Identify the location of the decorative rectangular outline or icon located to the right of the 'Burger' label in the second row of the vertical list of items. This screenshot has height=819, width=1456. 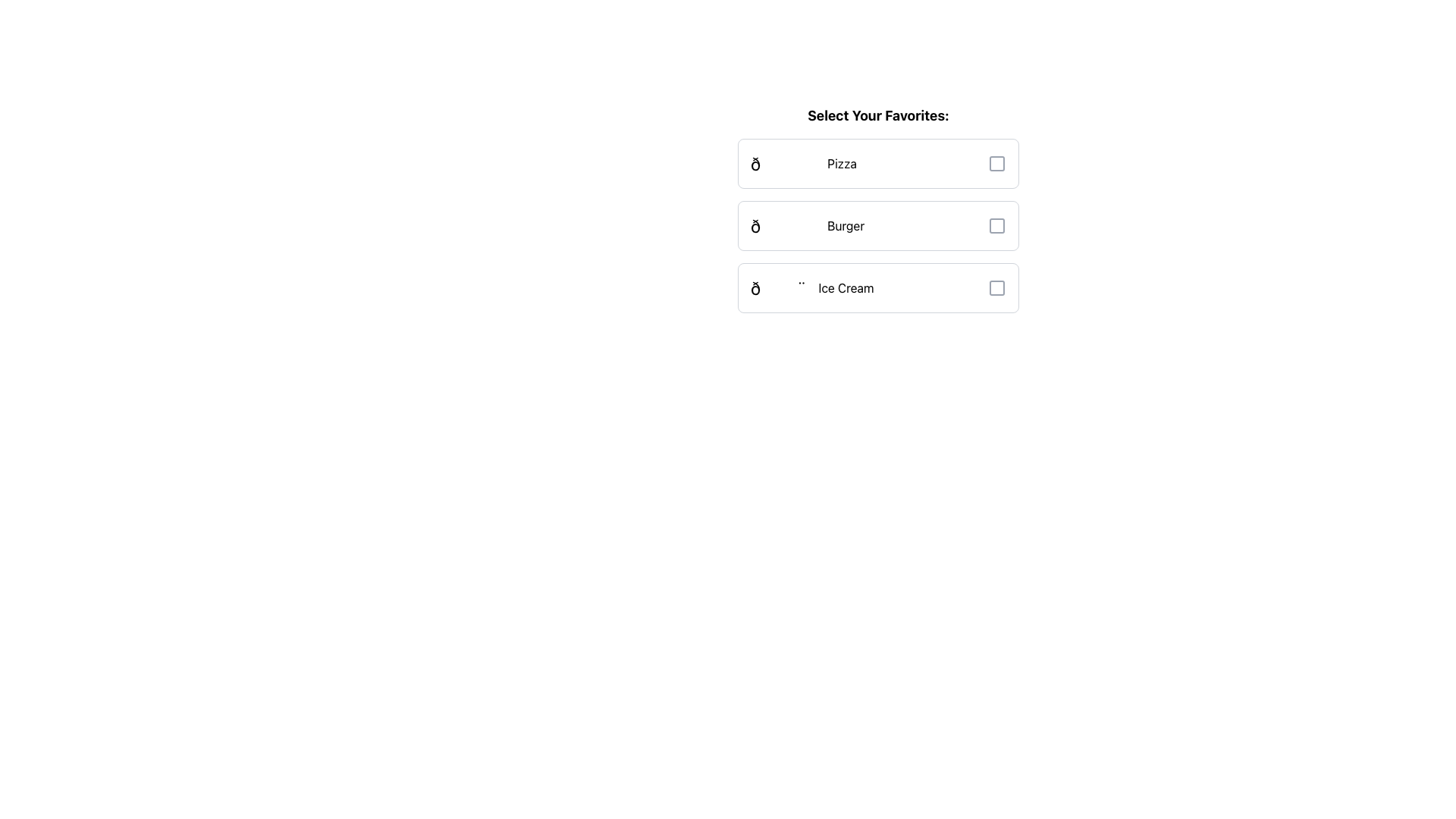
(997, 225).